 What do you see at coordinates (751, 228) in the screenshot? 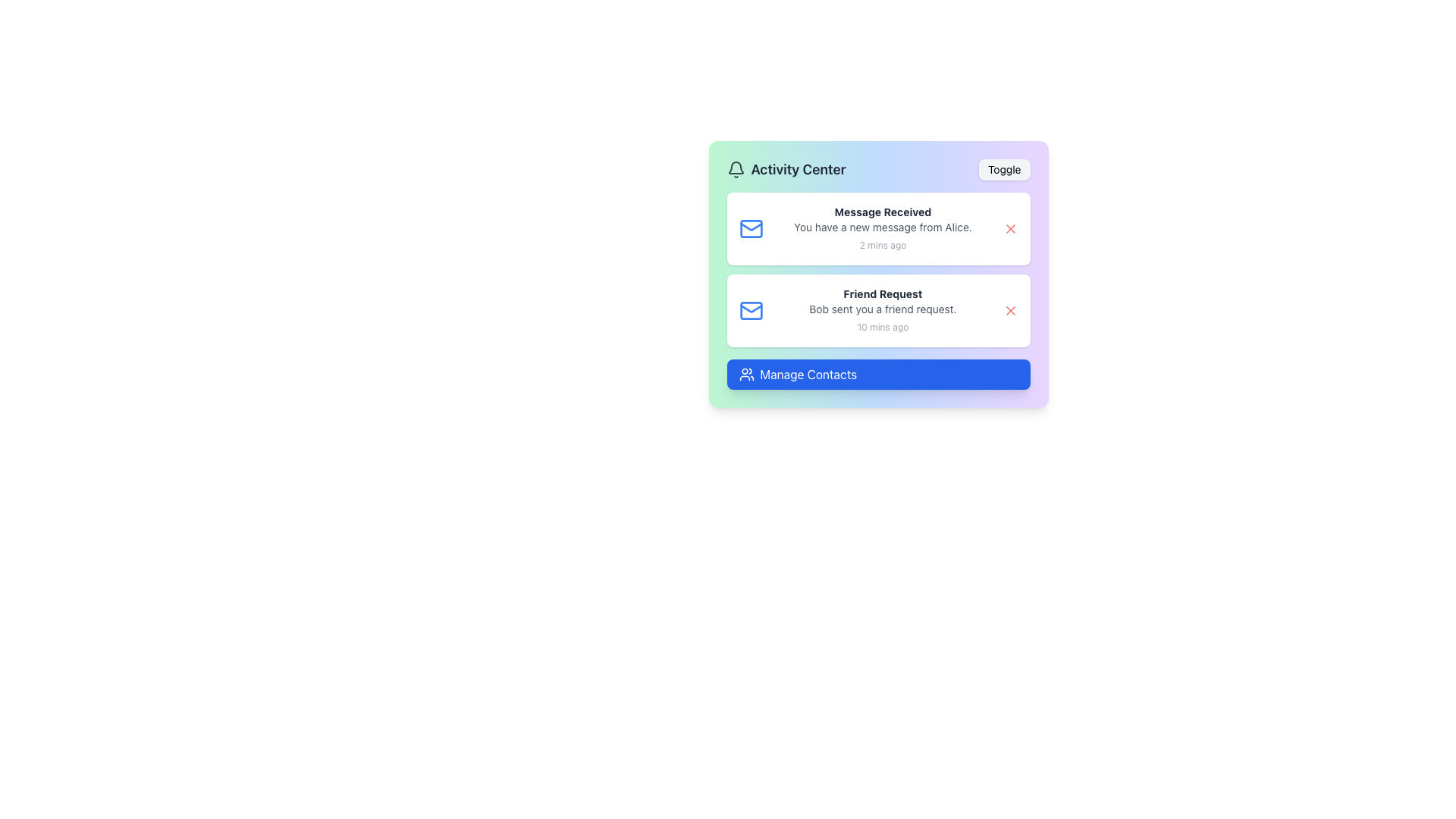
I see `the blue outlined envelope icon indicating a mail notification, located to the left of the 'Message Received' text` at bounding box center [751, 228].